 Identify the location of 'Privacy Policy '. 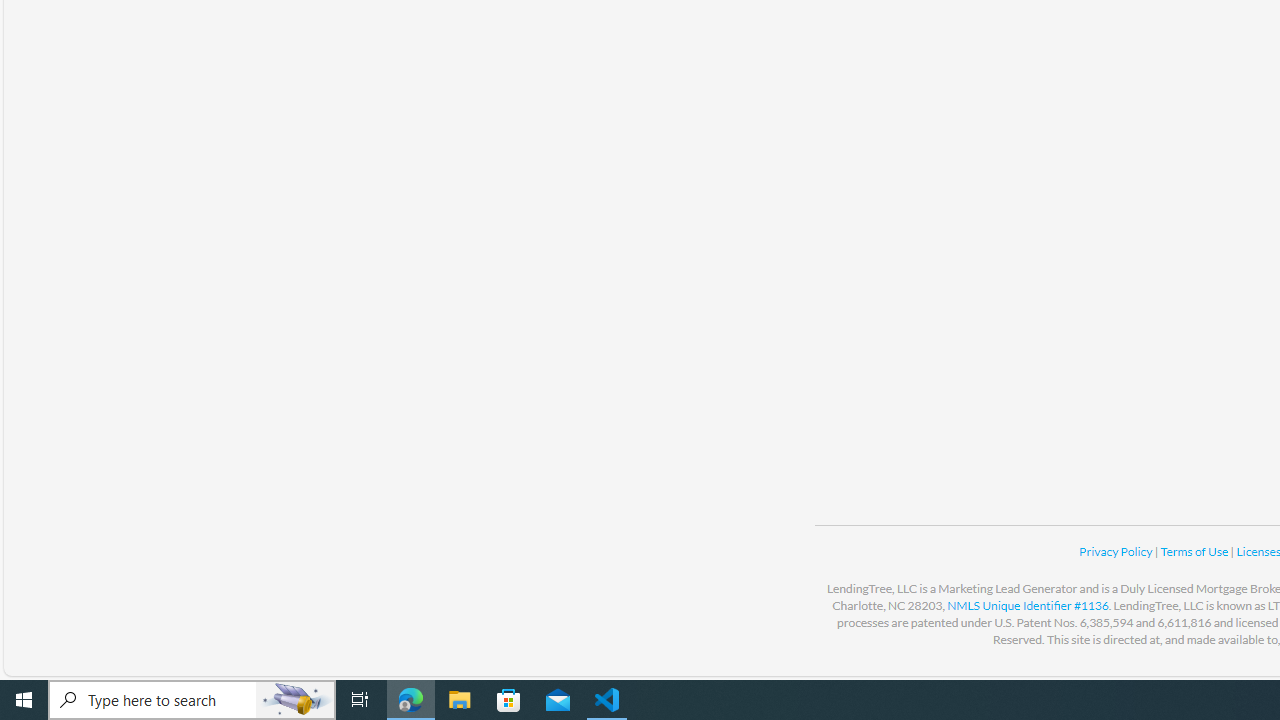
(1115, 551).